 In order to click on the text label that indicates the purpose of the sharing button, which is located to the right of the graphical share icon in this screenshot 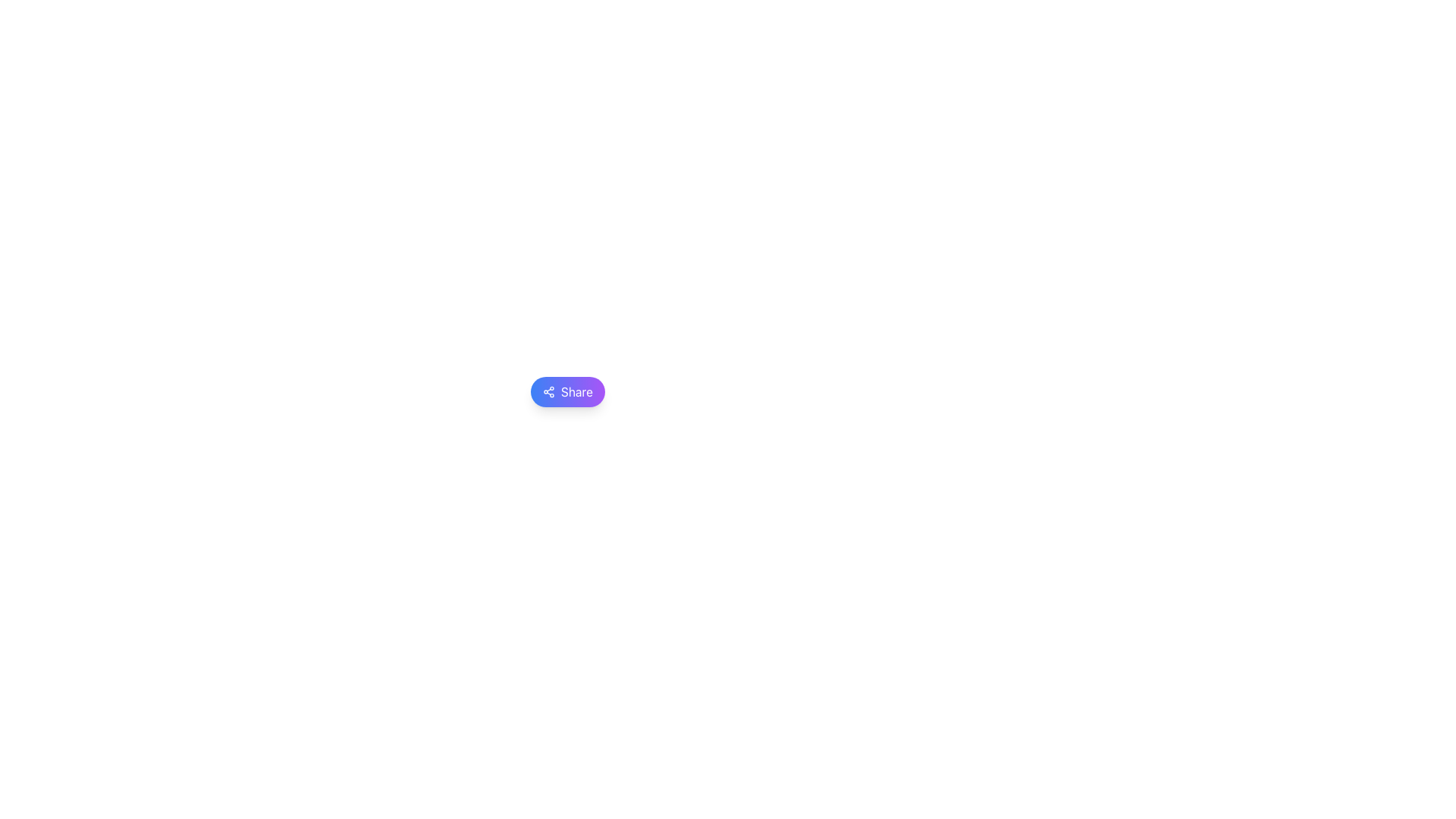, I will do `click(576, 391)`.